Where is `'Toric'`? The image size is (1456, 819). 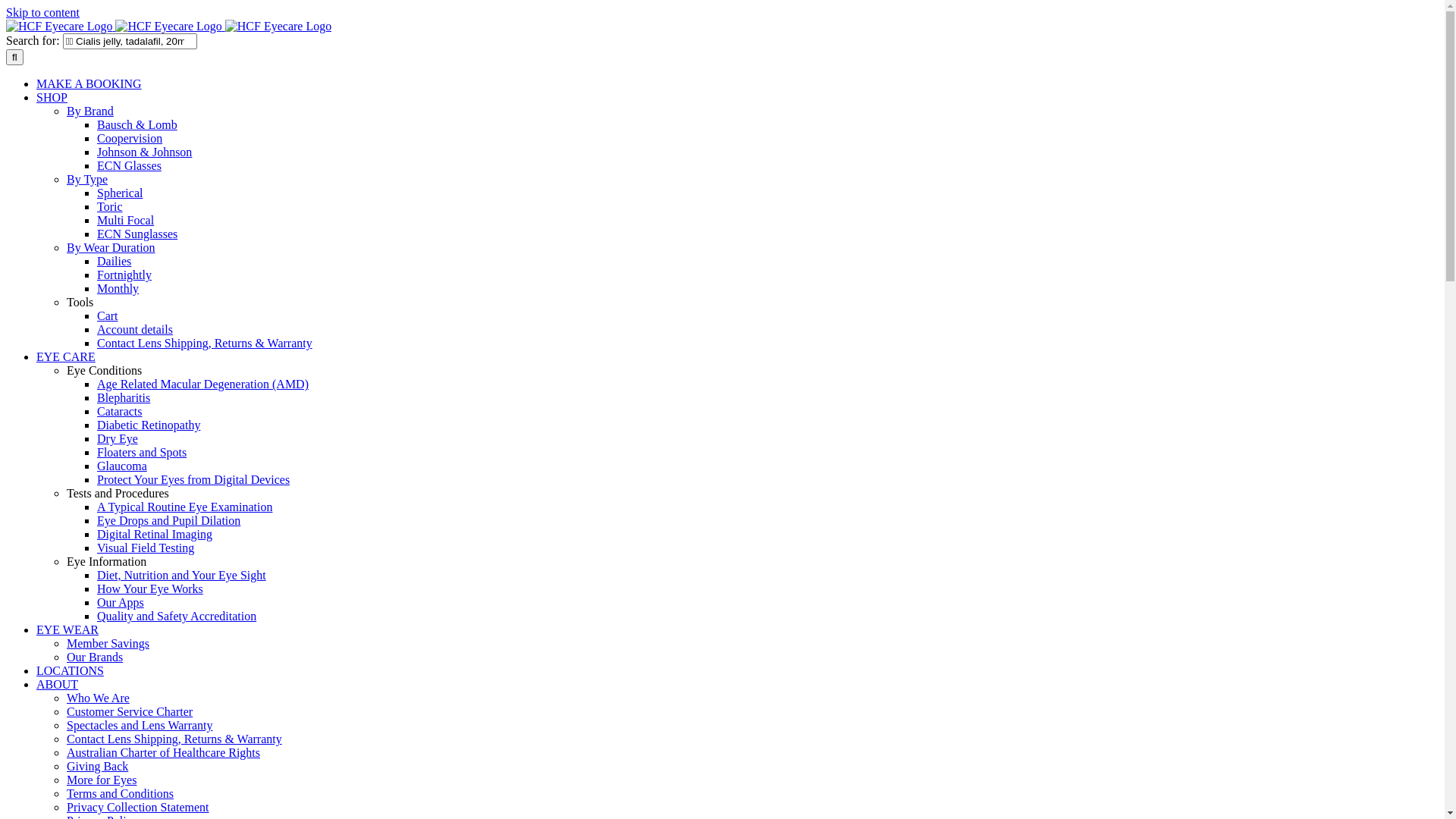 'Toric' is located at coordinates (96, 206).